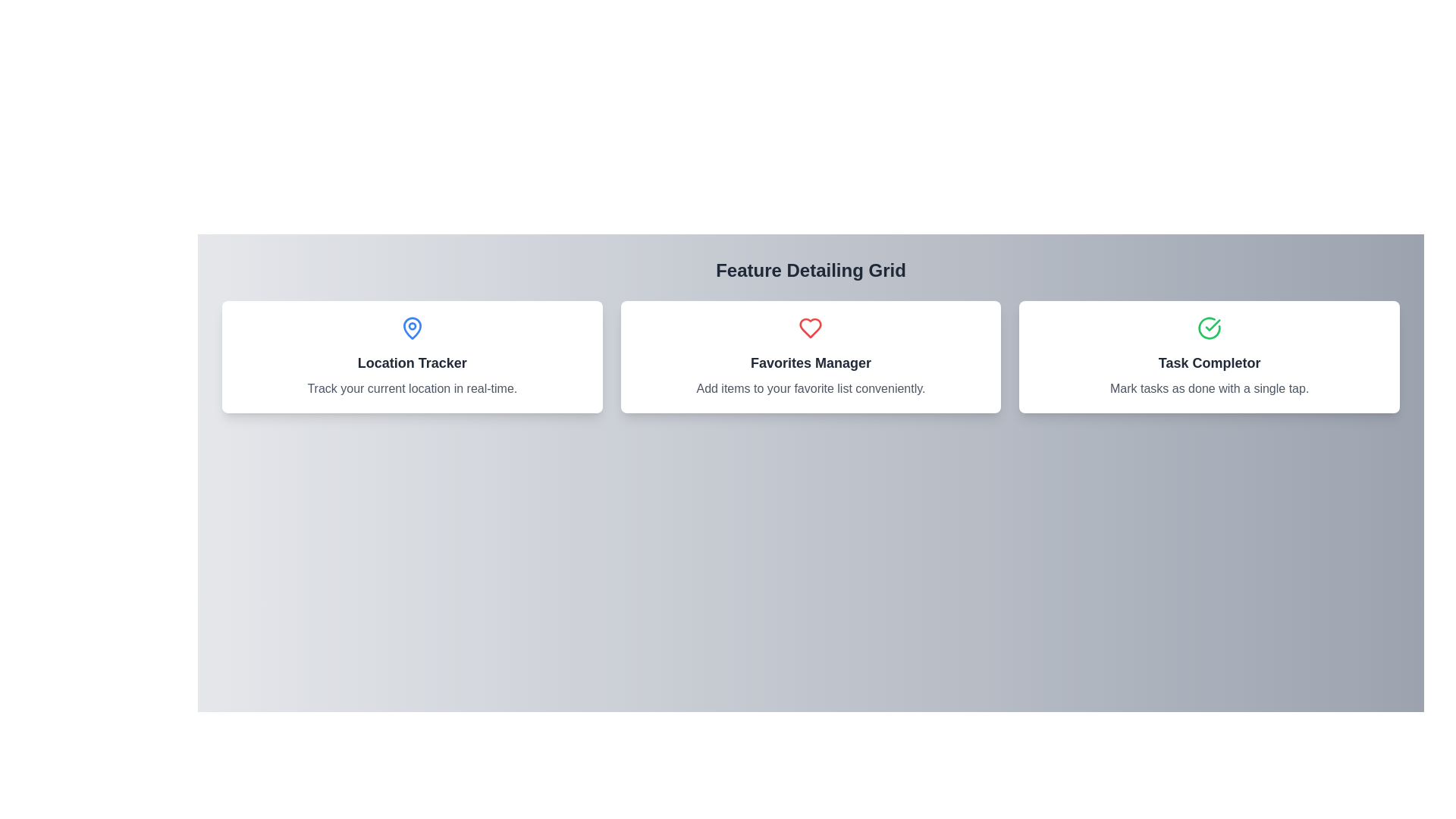 The width and height of the screenshot is (1456, 819). I want to click on the heart-shaped SVG icon located at the center-top of the second card in the 'Favorites Manager', which is part of the 'Feature Detailing Grid', so click(810, 327).